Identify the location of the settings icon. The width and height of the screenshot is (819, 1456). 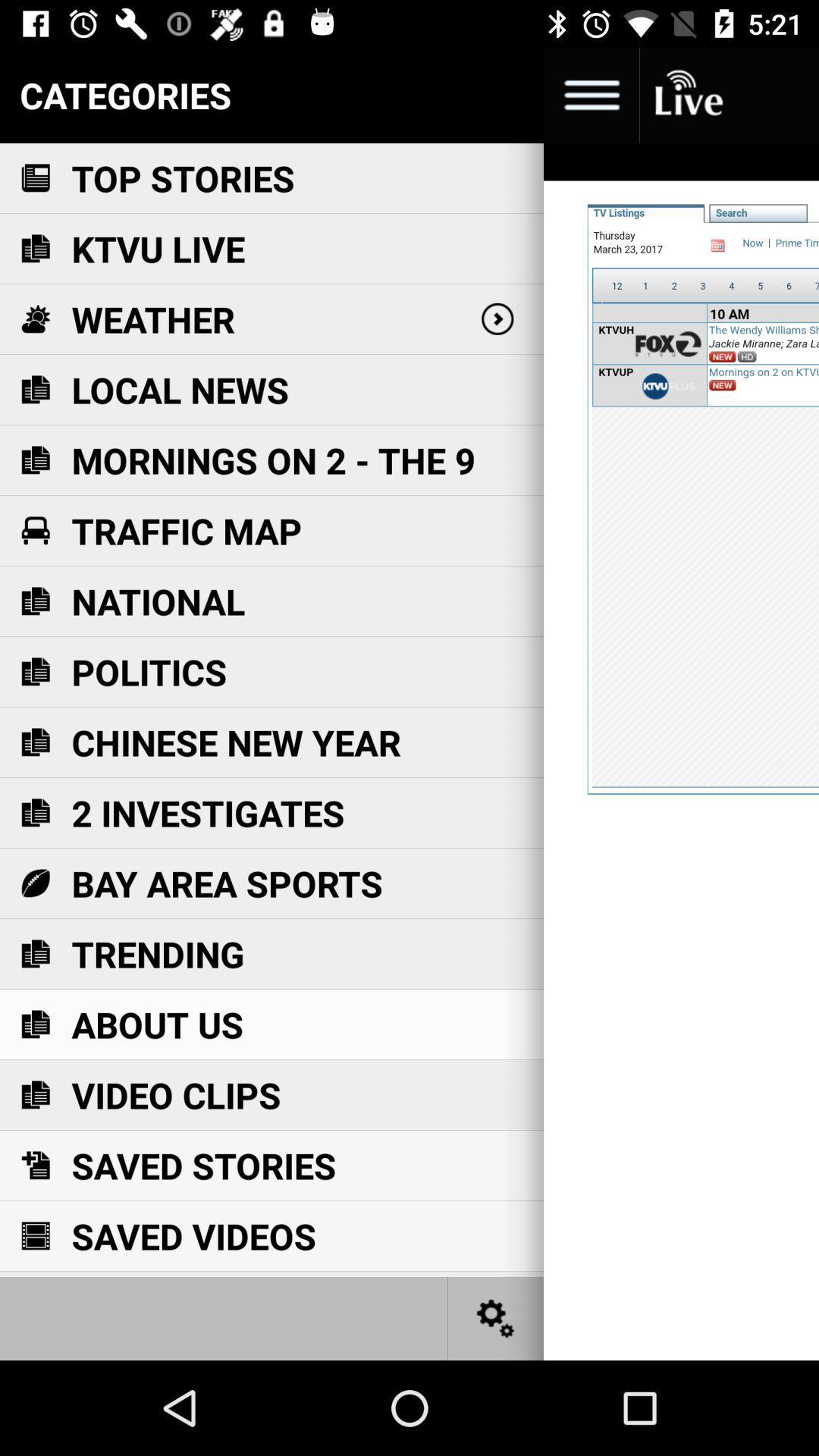
(496, 1317).